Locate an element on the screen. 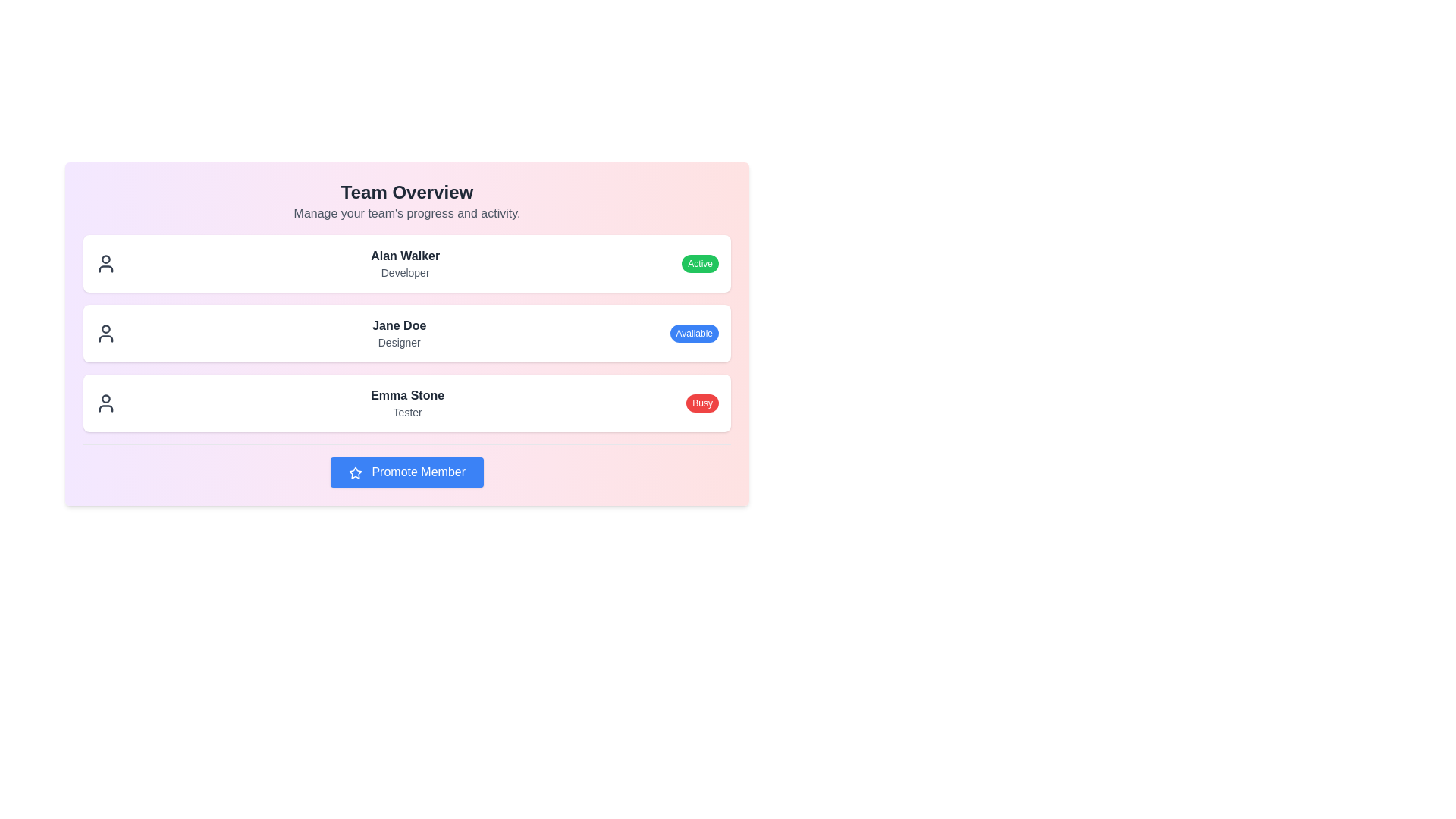  text of the rounded blue button labeled 'Available' located at the far right end of the second entry in a vertically stacked list, to the right of the text 'Designer' is located at coordinates (693, 332).